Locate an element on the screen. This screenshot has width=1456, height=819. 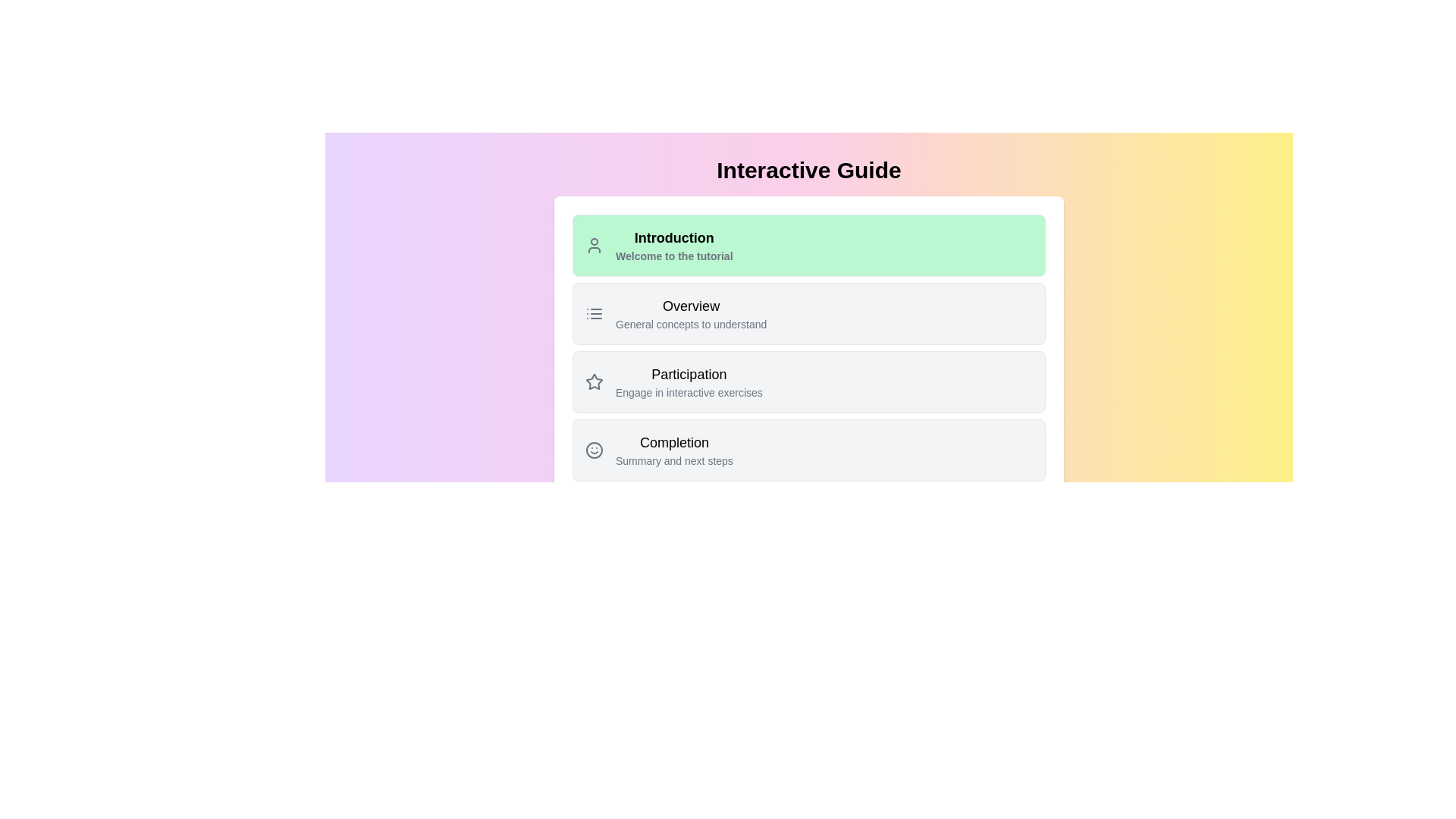
the selectable list item labeled 'Participation' that is located third in the vertical list, positioned between 'Overview' and 'Completion' is located at coordinates (808, 381).